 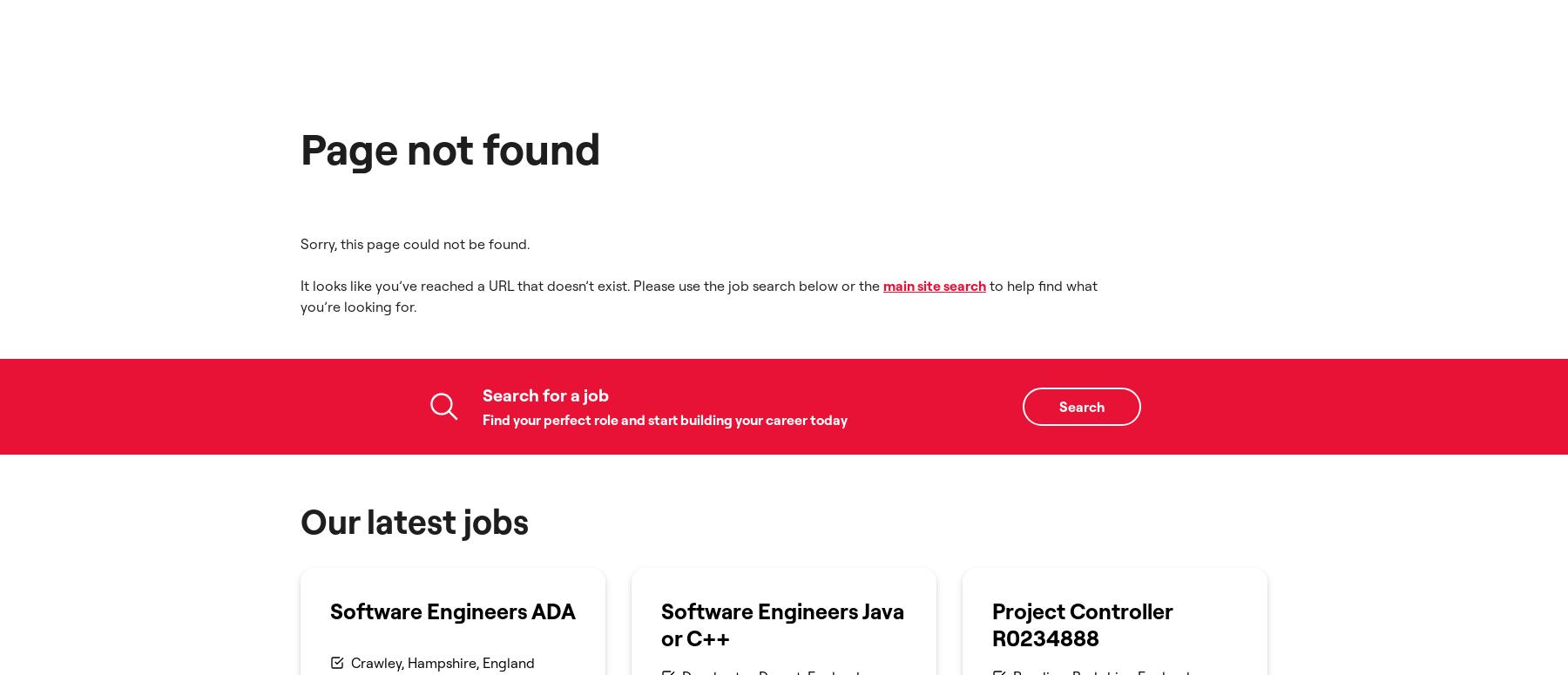 I want to click on 'Company details', so click(x=380, y=597).